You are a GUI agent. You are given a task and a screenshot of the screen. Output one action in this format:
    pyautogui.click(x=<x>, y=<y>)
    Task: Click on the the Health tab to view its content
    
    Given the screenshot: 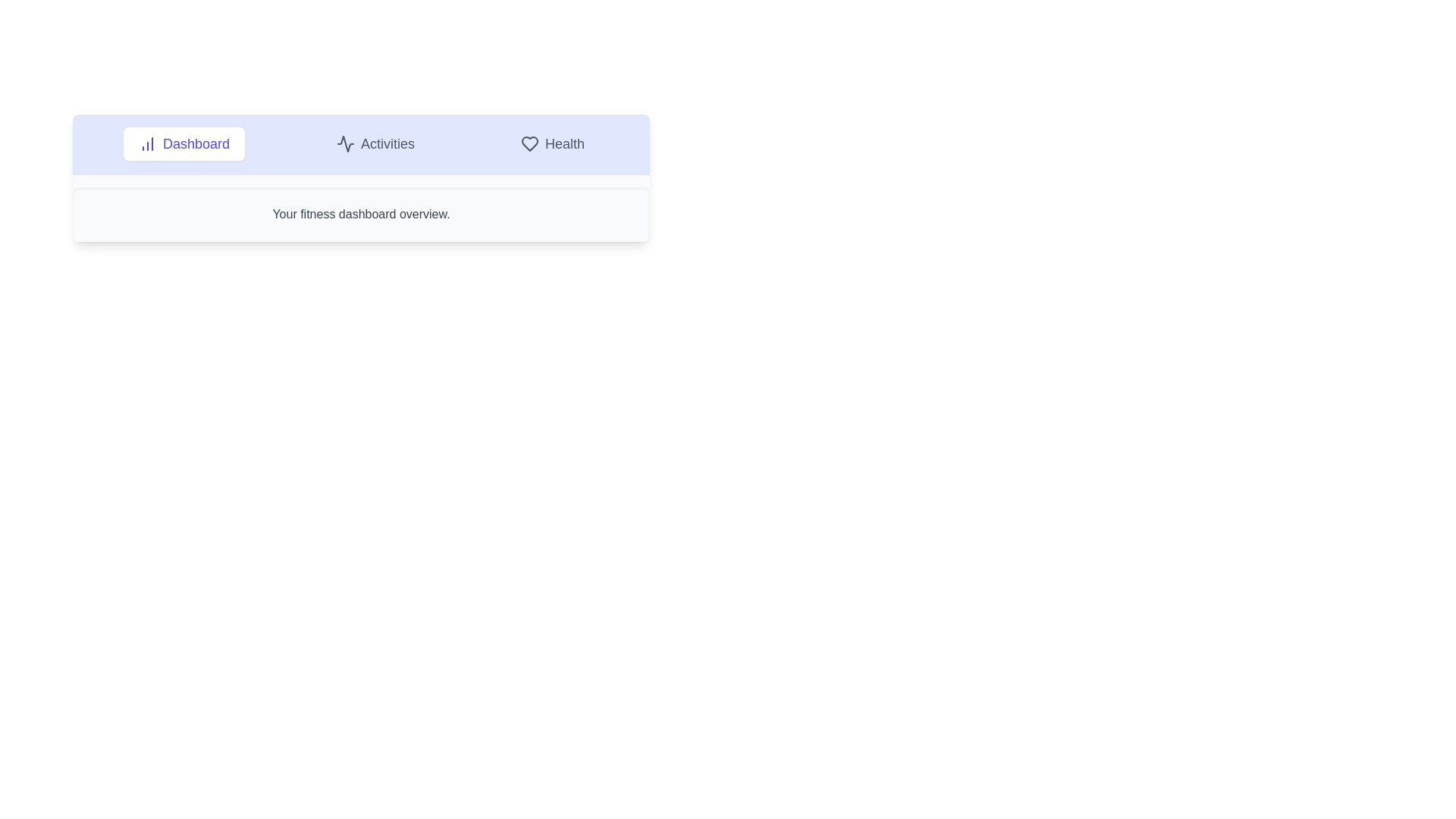 What is the action you would take?
    pyautogui.click(x=552, y=143)
    